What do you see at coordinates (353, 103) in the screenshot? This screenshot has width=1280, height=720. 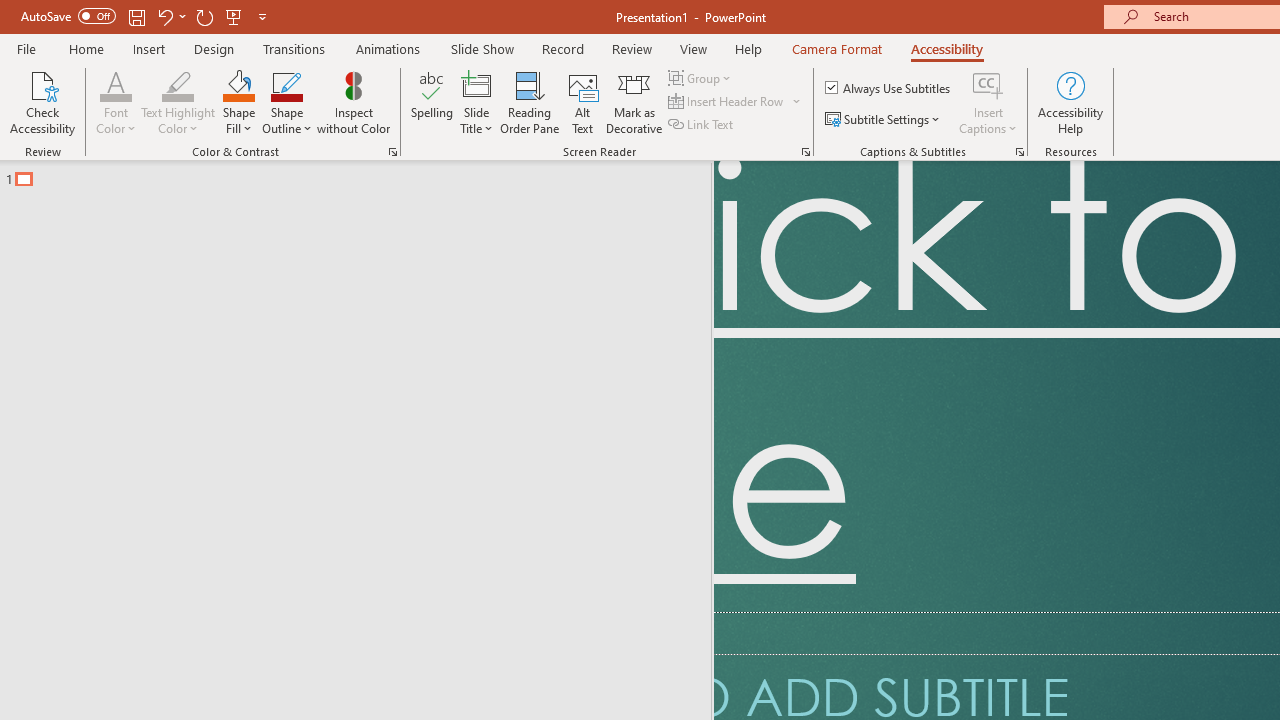 I see `'Inspect without Color'` at bounding box center [353, 103].